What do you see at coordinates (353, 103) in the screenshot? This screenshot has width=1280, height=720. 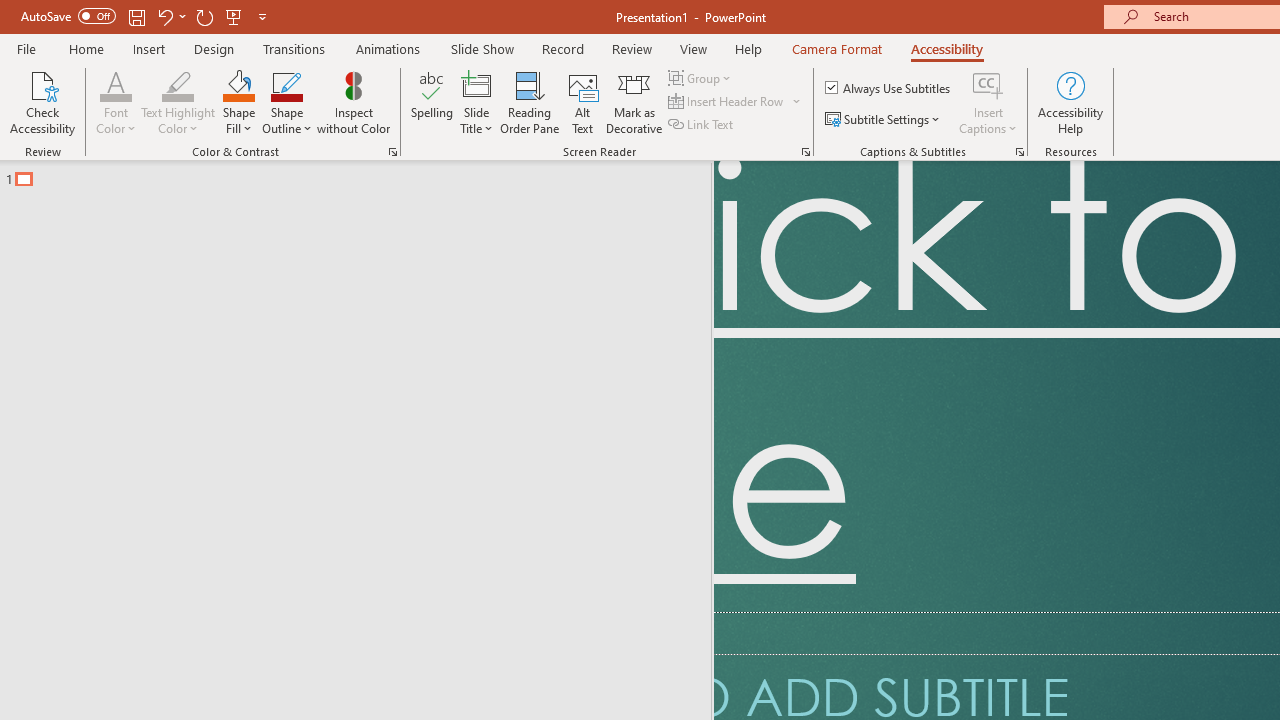 I see `'Inspect without Color'` at bounding box center [353, 103].